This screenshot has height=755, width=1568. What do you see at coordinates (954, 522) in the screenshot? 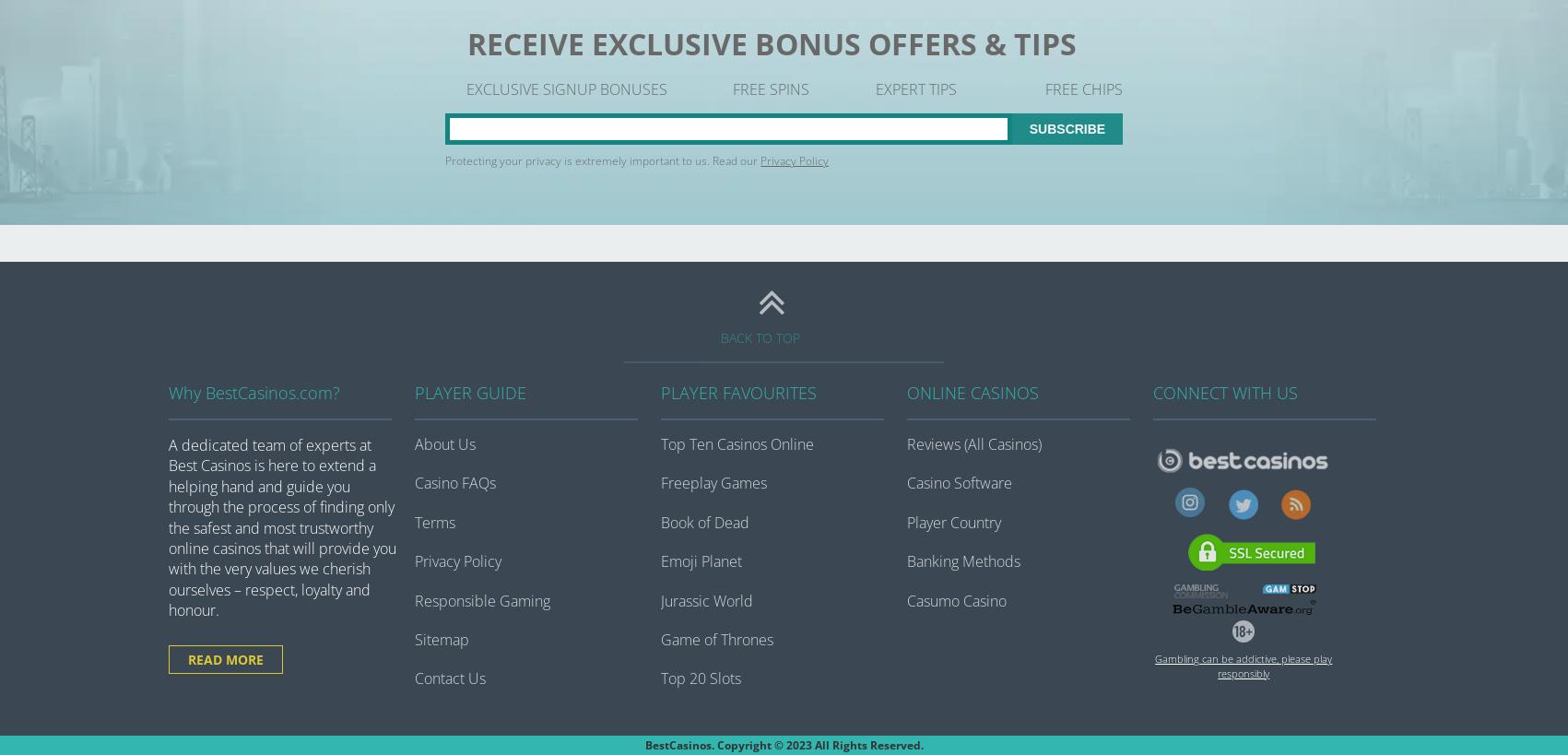
I see `'Player Country'` at bounding box center [954, 522].